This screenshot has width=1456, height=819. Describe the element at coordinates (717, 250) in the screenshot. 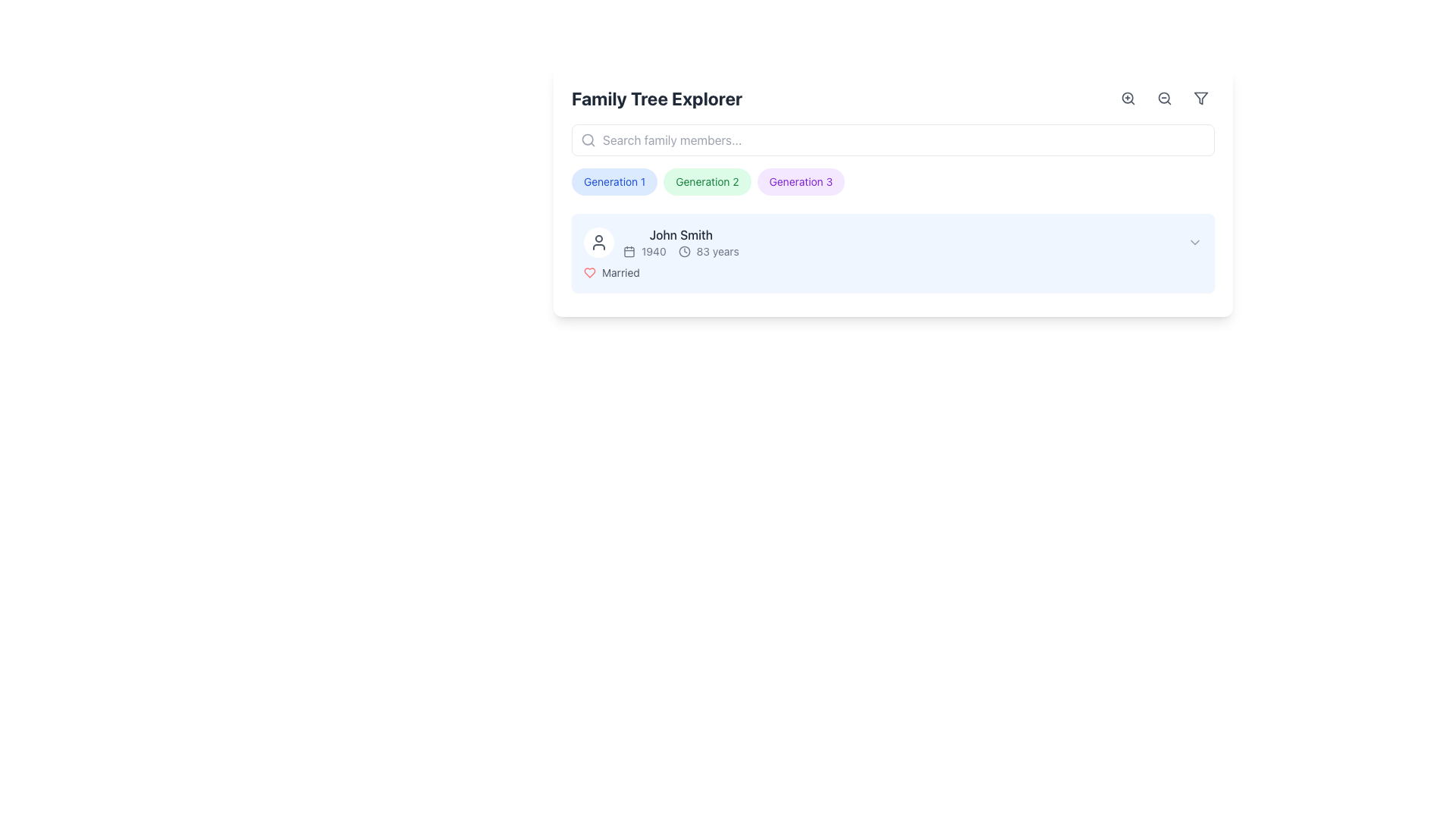

I see `displayed text of the Text label showing '83 years', which is styled in gray and positioned under the name 'John Smith'` at that location.